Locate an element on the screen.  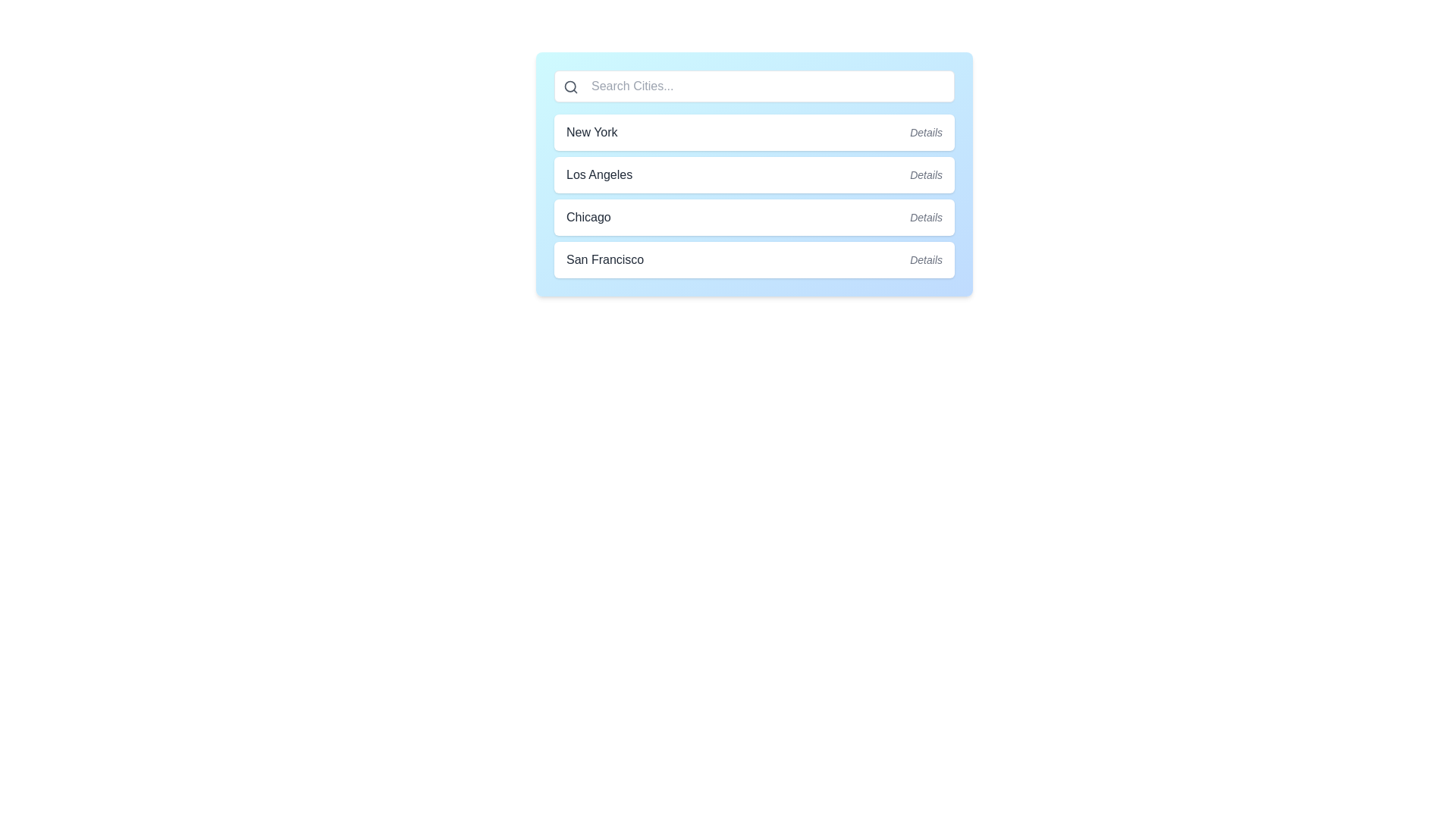
the text label in the upper right corner of the row associated with 'New York' is located at coordinates (925, 131).